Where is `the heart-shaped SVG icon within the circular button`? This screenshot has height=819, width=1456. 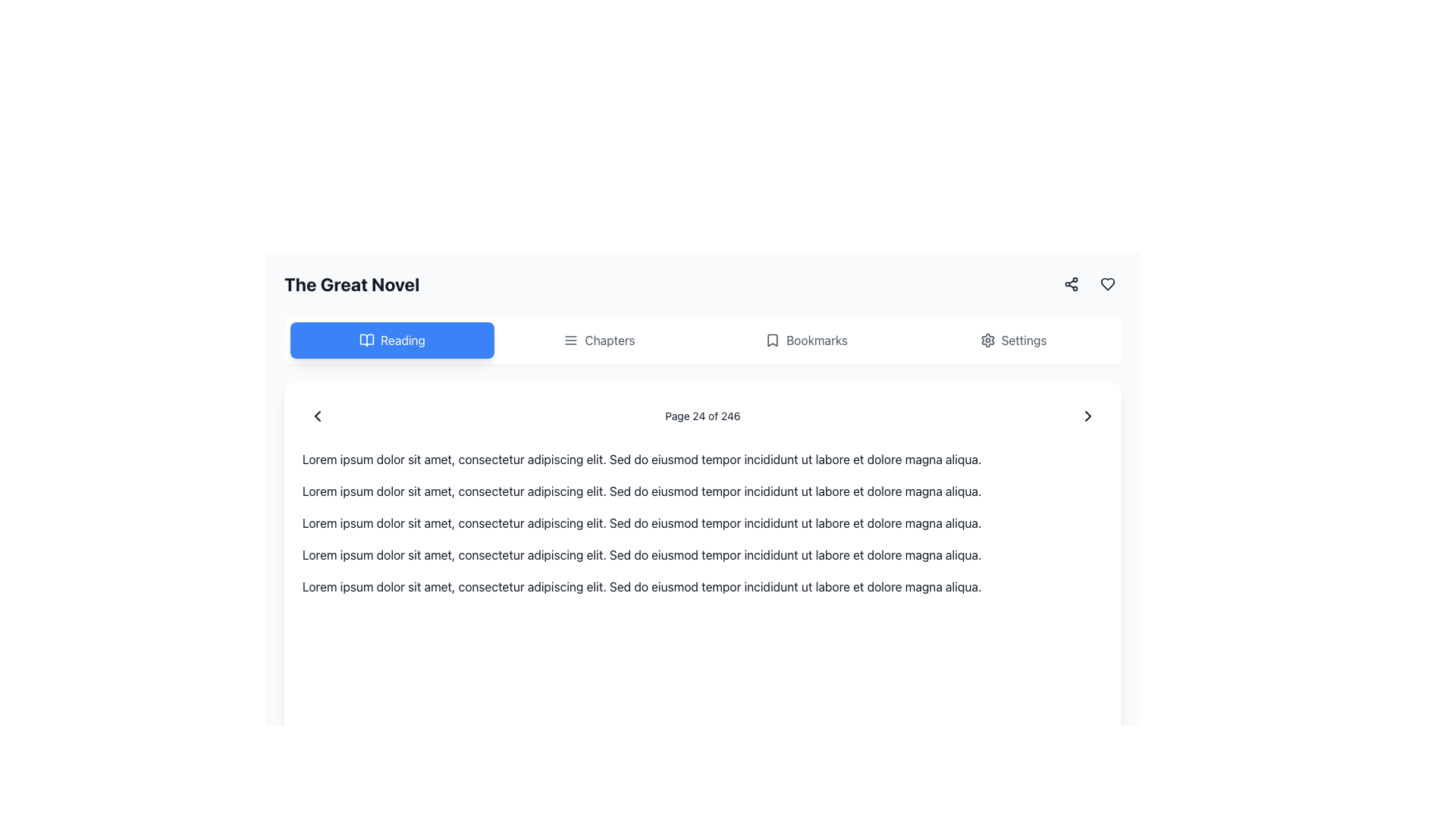
the heart-shaped SVG icon within the circular button is located at coordinates (1107, 284).